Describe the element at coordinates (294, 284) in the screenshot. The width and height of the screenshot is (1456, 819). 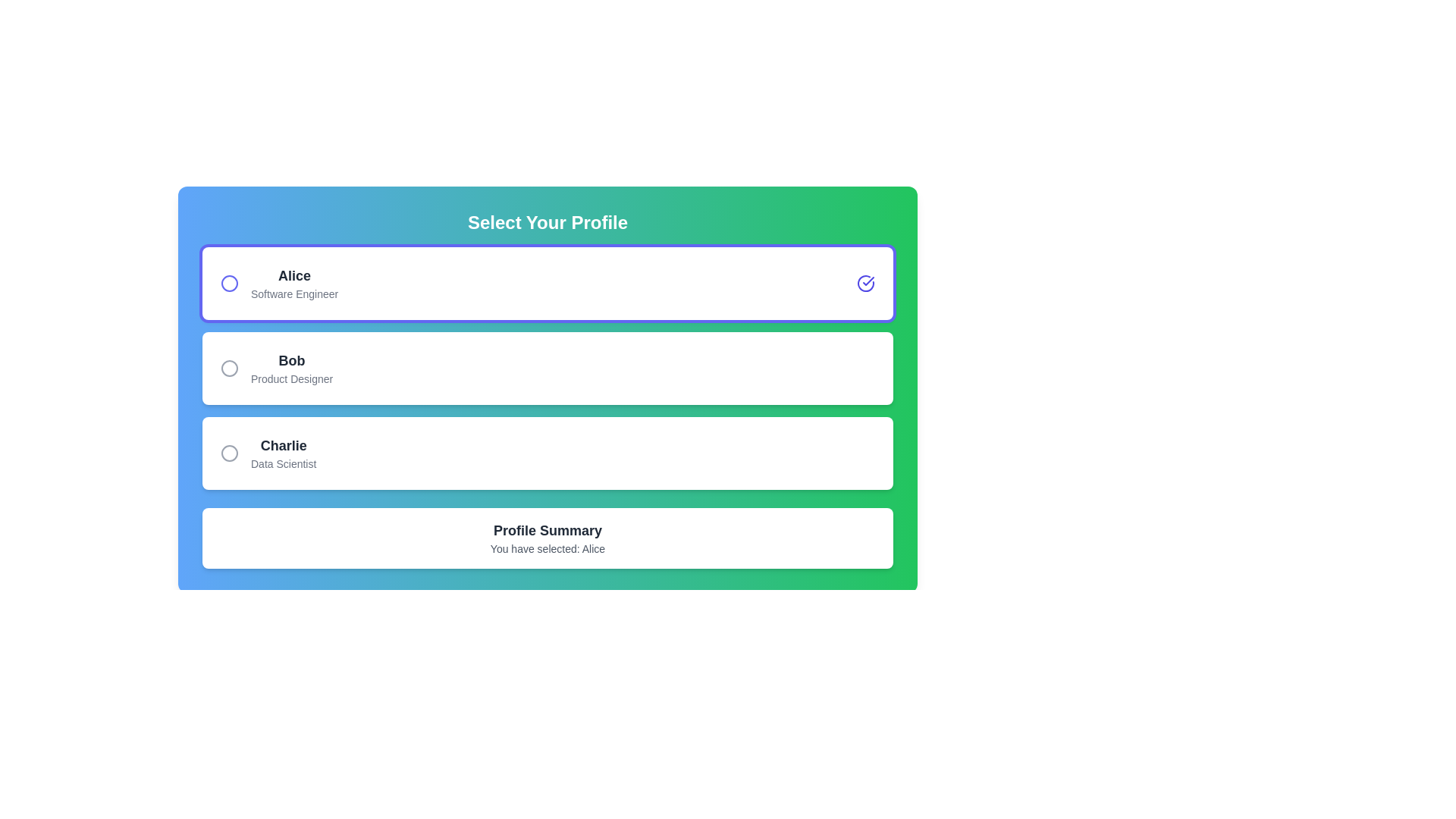
I see `the text element displaying 'Alice' and 'Software Engineer'` at that location.